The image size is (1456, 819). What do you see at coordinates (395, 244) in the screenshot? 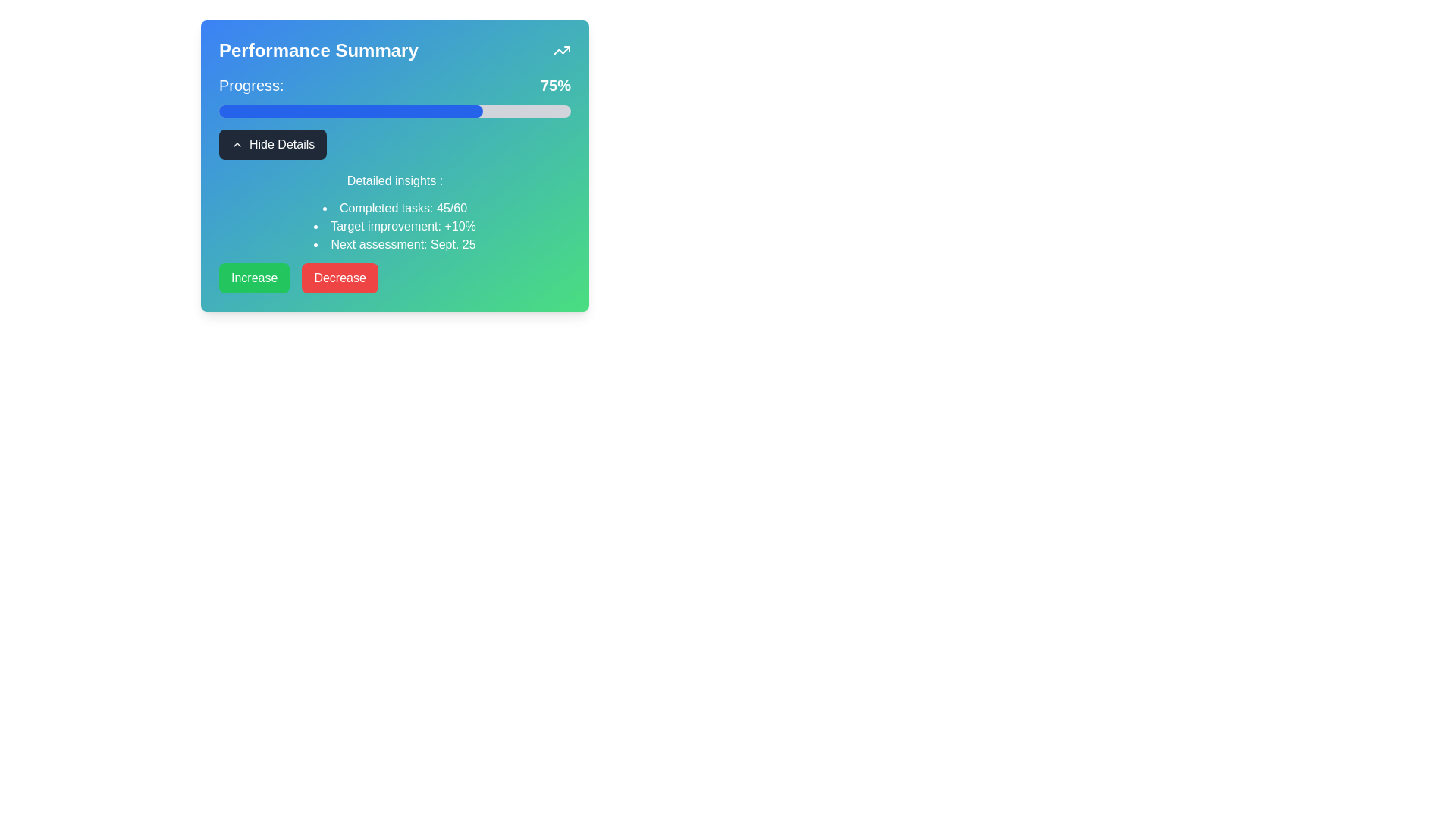
I see `the text label displaying 'Next assessment: Sept. 25' in white font on a green background, which is the third item in a bullet-point list under 'Detailed insights'` at bounding box center [395, 244].